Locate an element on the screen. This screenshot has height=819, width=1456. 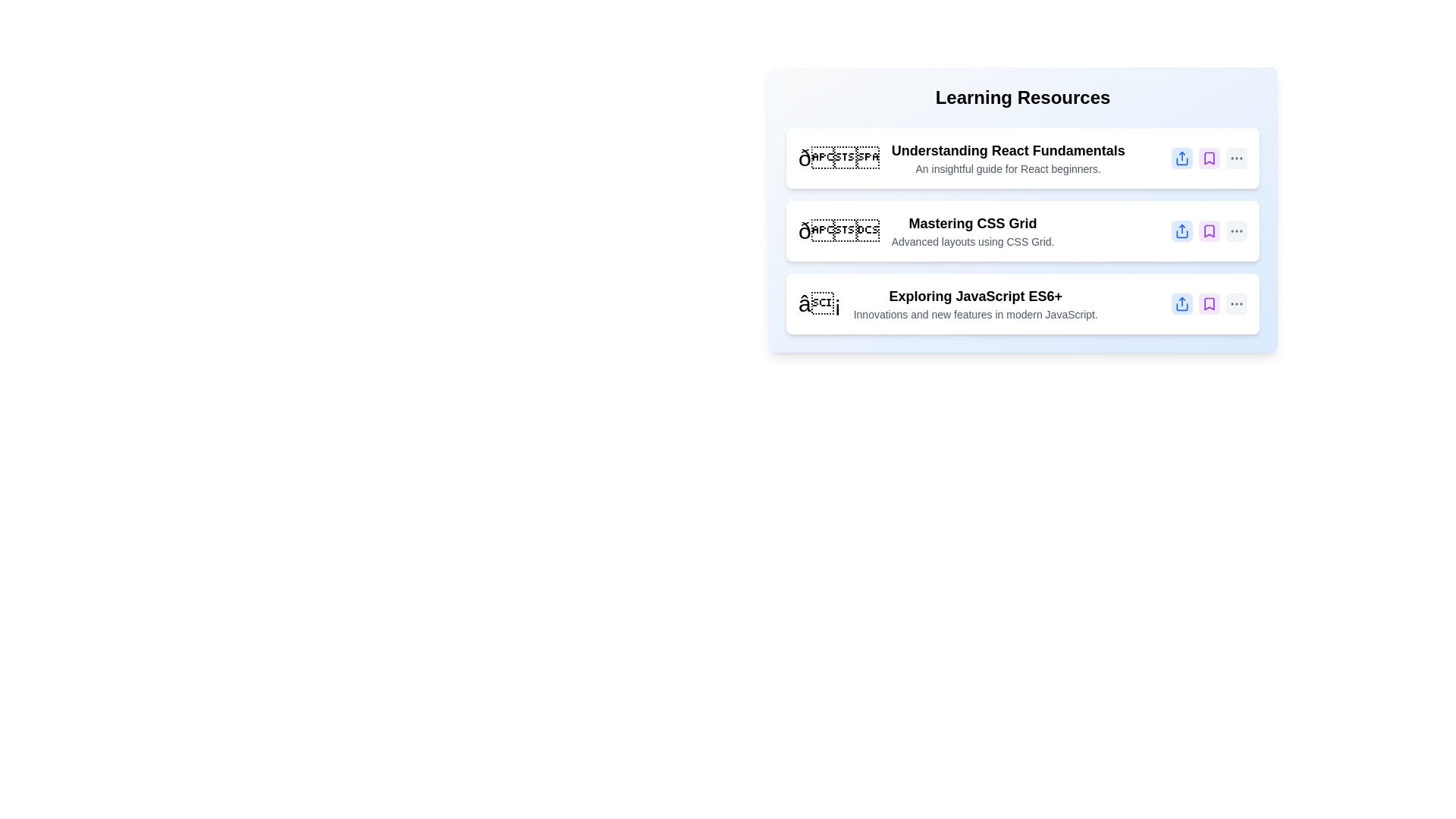
the item Understanding React Fundamentals to observe the hover effect is located at coordinates (1022, 158).